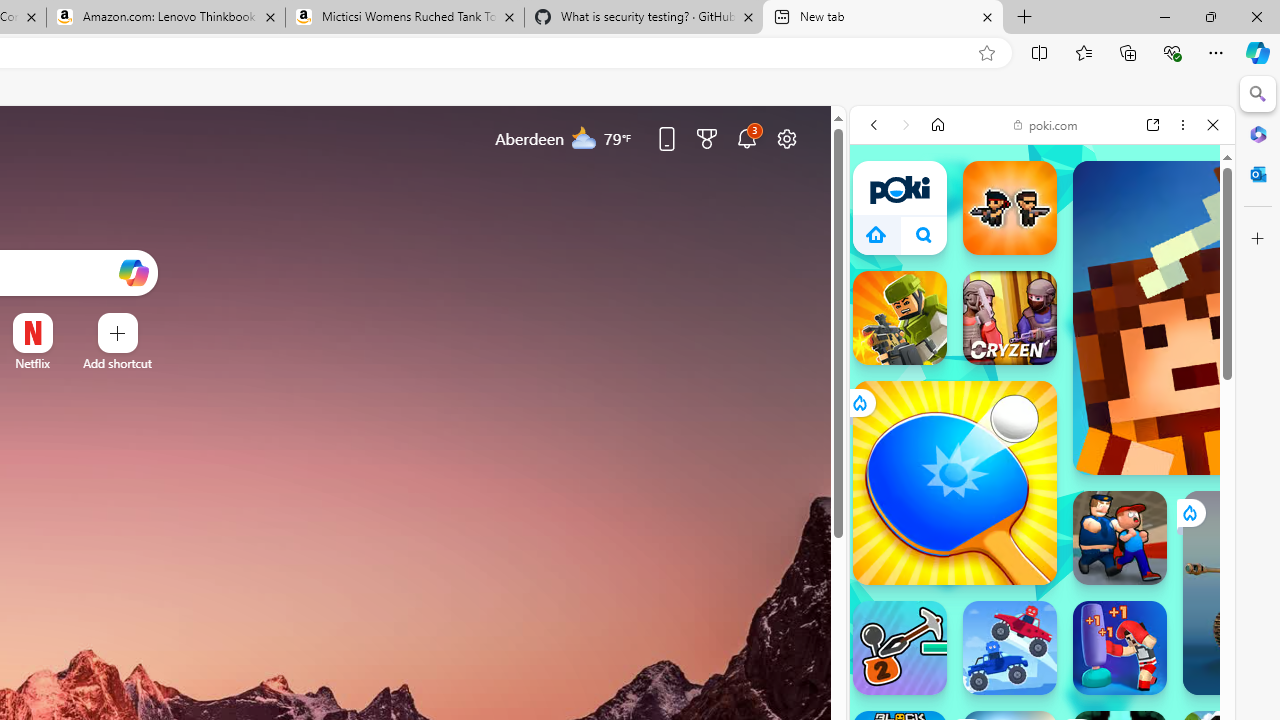 The image size is (1280, 720). Describe the element at coordinates (32, 363) in the screenshot. I see `'Netflix'` at that location.